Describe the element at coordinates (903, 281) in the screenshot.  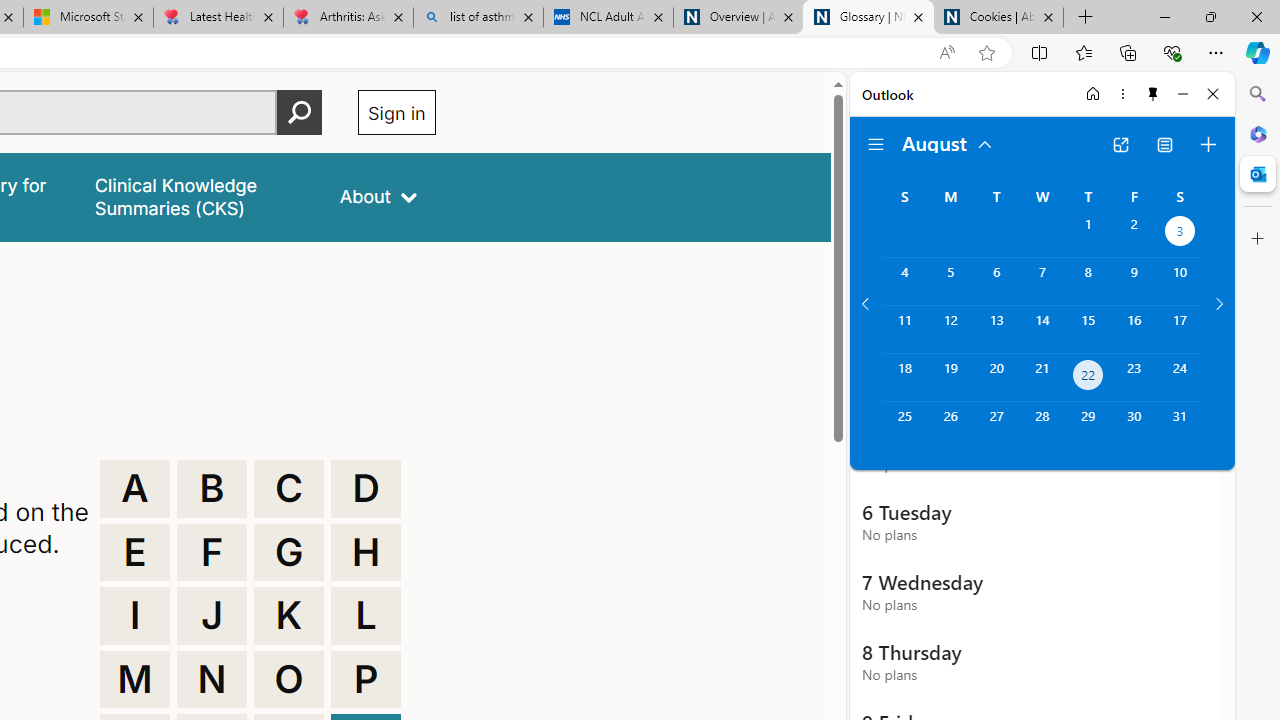
I see `'Sunday, August 4, 2024. '` at that location.